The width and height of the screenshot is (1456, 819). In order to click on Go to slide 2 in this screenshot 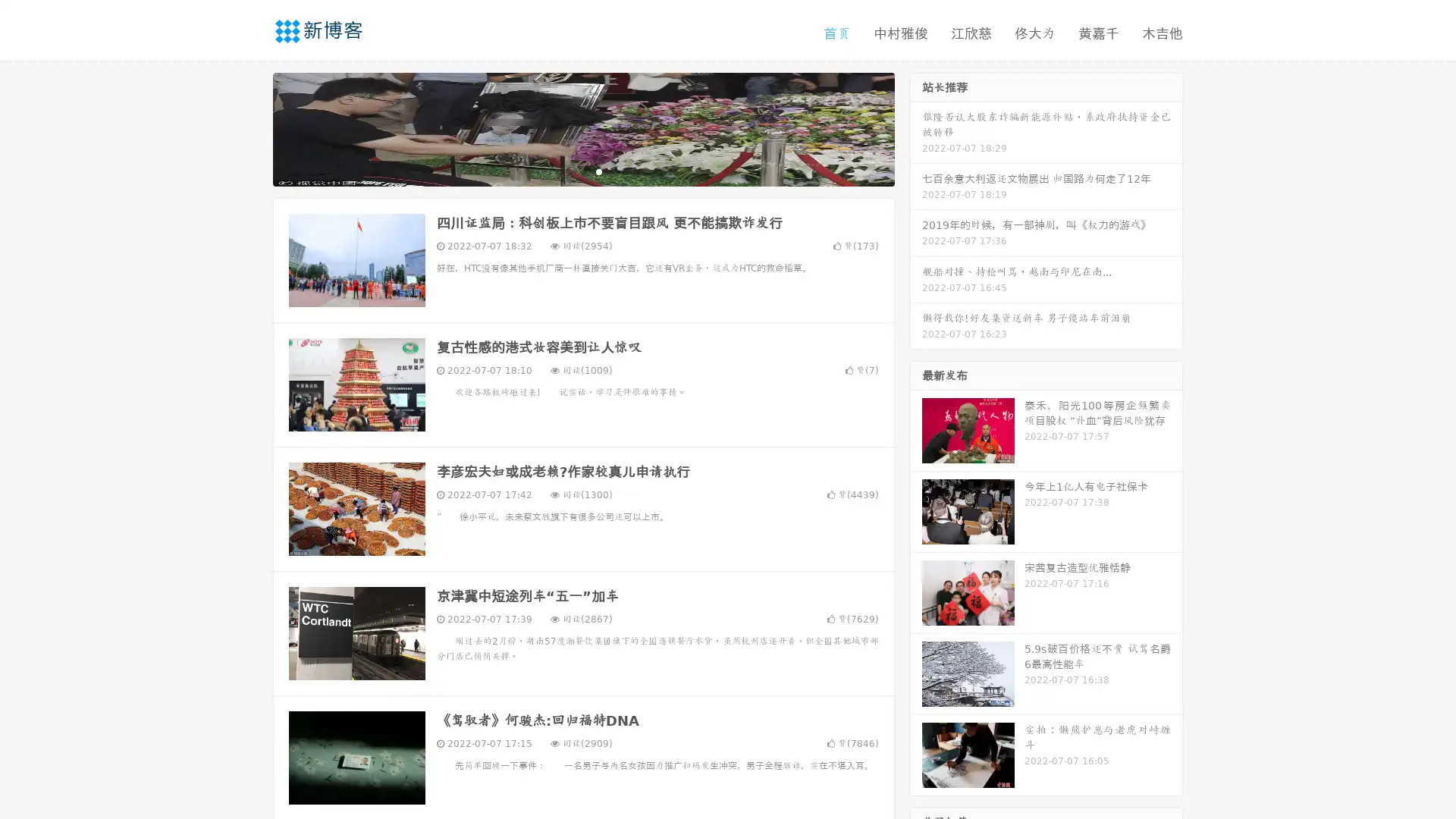, I will do `click(582, 171)`.